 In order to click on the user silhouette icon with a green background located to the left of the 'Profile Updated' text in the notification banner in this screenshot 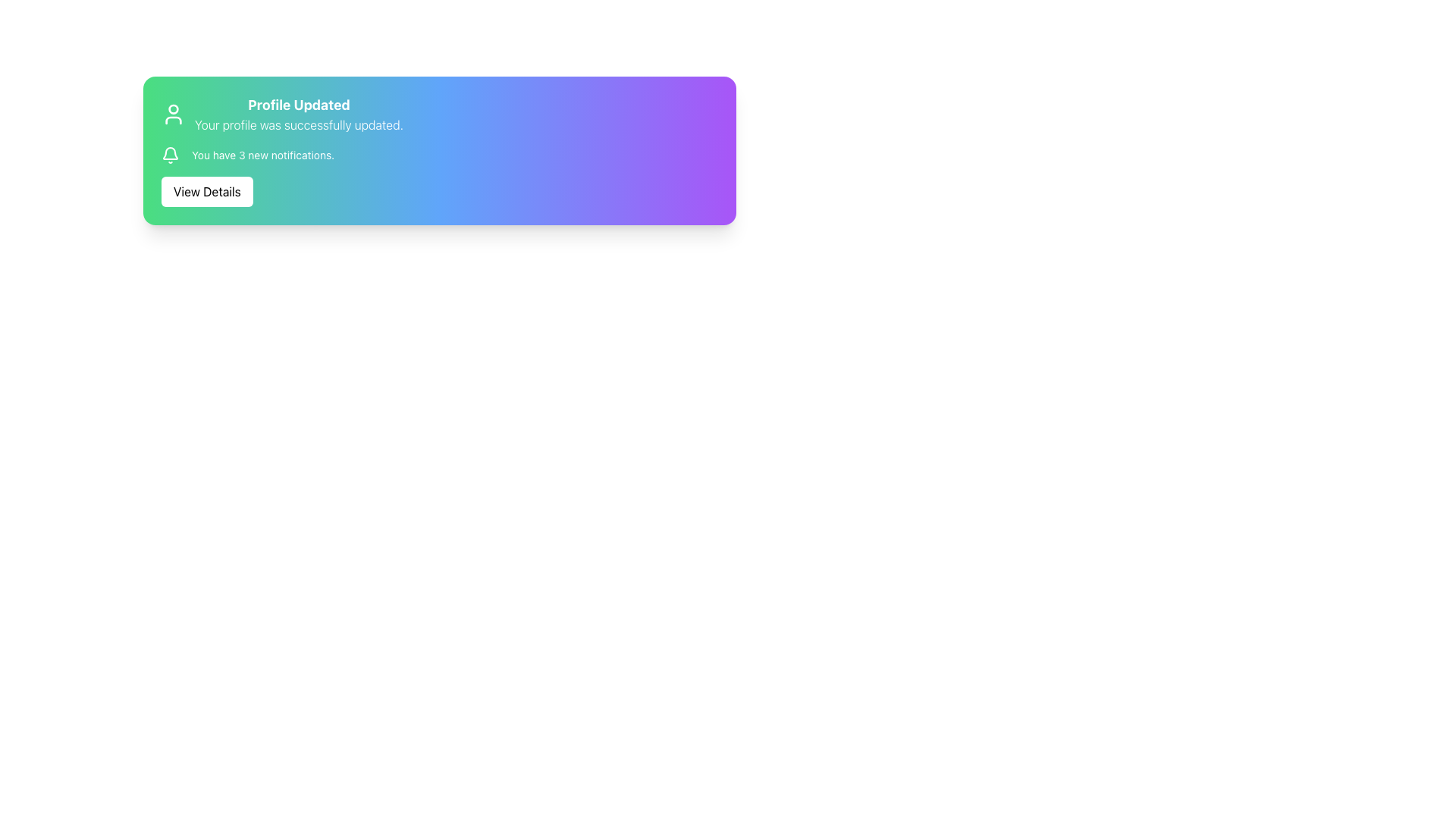, I will do `click(174, 113)`.